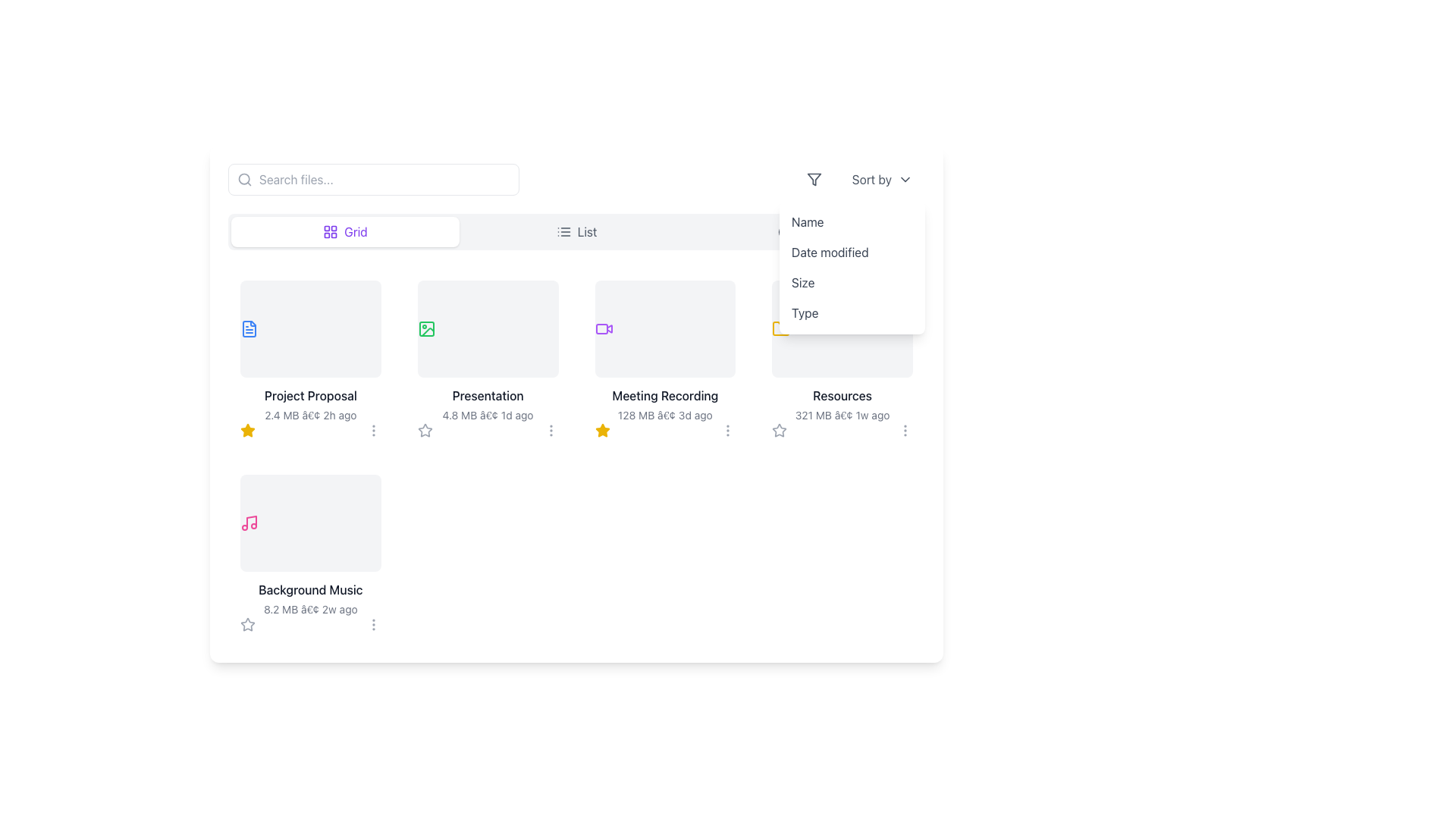  I want to click on the 'Grid', 'List', or 'Recent' option in the Navigation menu located below the search input field, so click(576, 231).